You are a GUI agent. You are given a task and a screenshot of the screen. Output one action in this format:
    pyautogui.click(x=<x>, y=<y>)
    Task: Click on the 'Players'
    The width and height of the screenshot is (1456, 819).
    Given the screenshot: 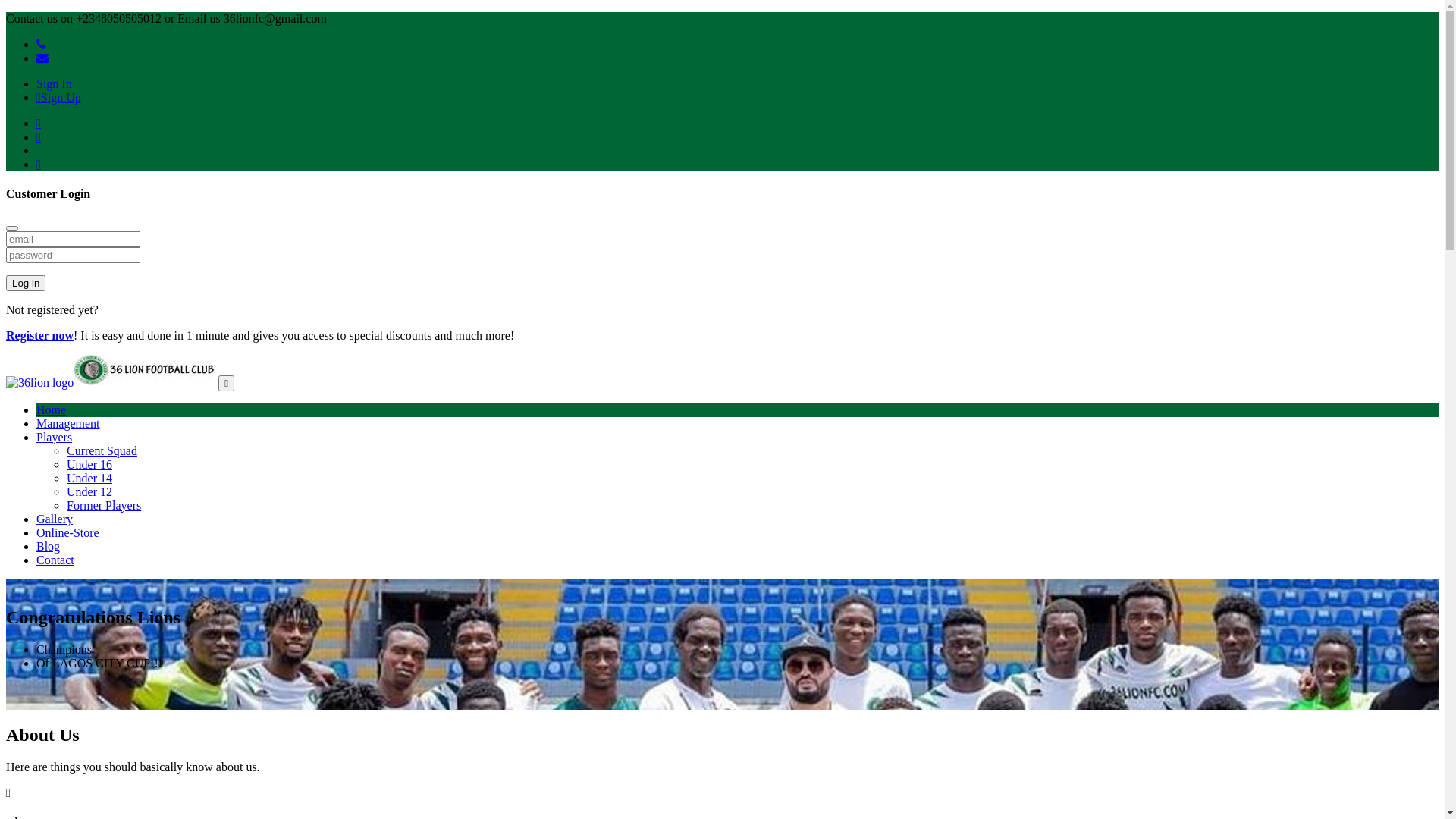 What is the action you would take?
    pyautogui.click(x=54, y=437)
    